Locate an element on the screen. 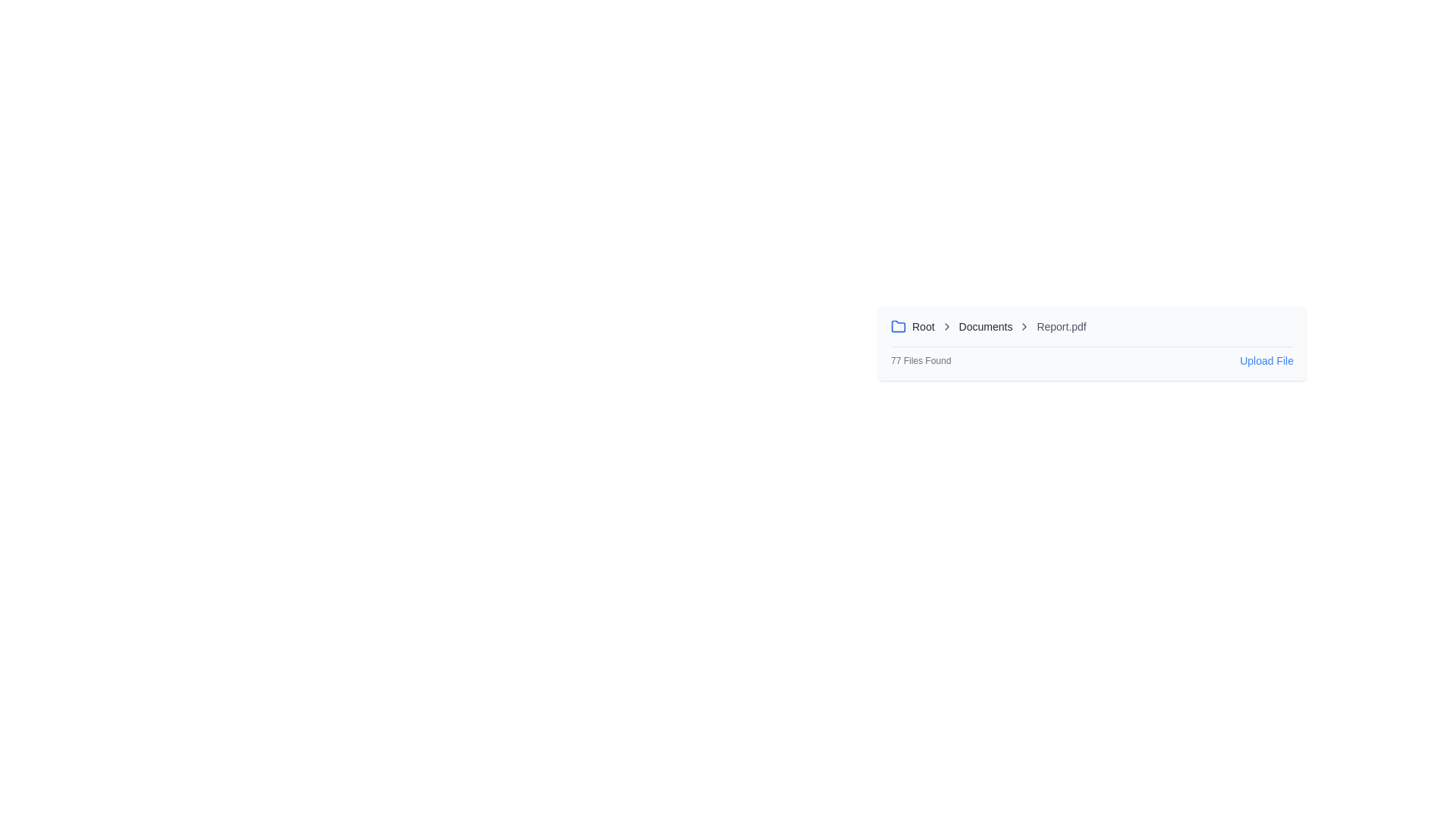 The image size is (1456, 819). the folder icon located is located at coordinates (899, 325).